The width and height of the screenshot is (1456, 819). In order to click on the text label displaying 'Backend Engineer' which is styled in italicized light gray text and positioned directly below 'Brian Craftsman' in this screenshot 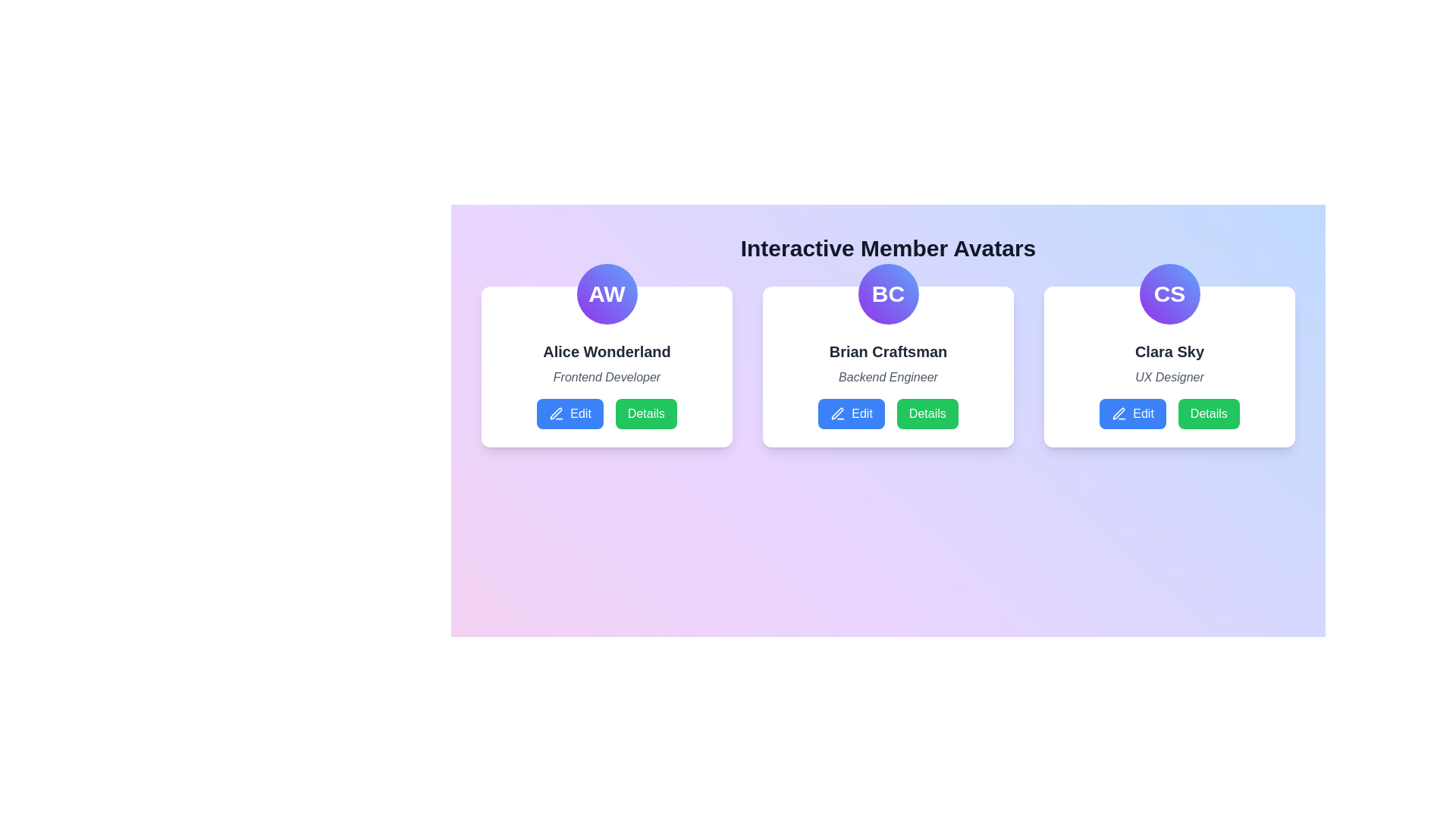, I will do `click(888, 376)`.